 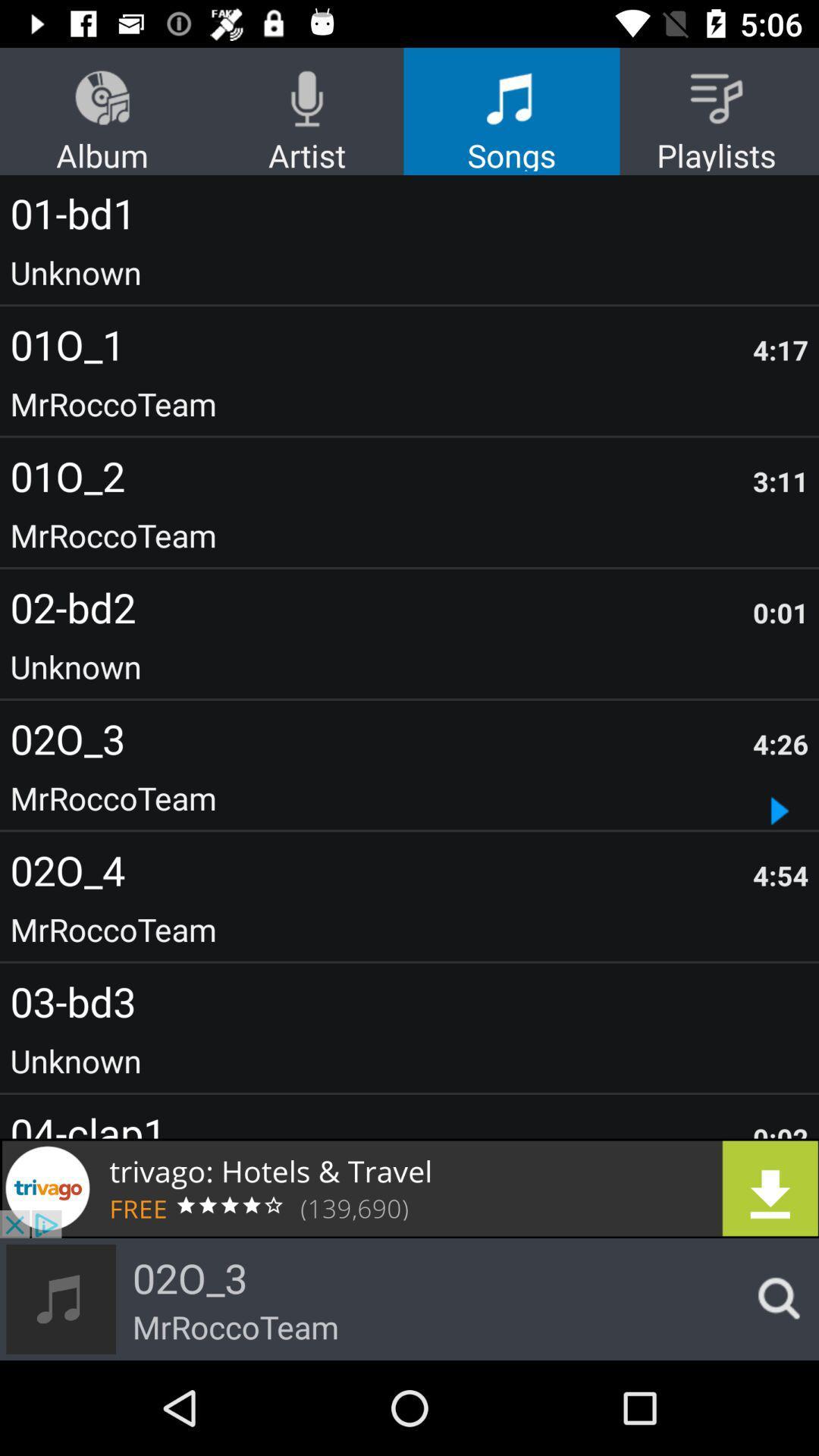 I want to click on open trivago advertisement, so click(x=409, y=1188).